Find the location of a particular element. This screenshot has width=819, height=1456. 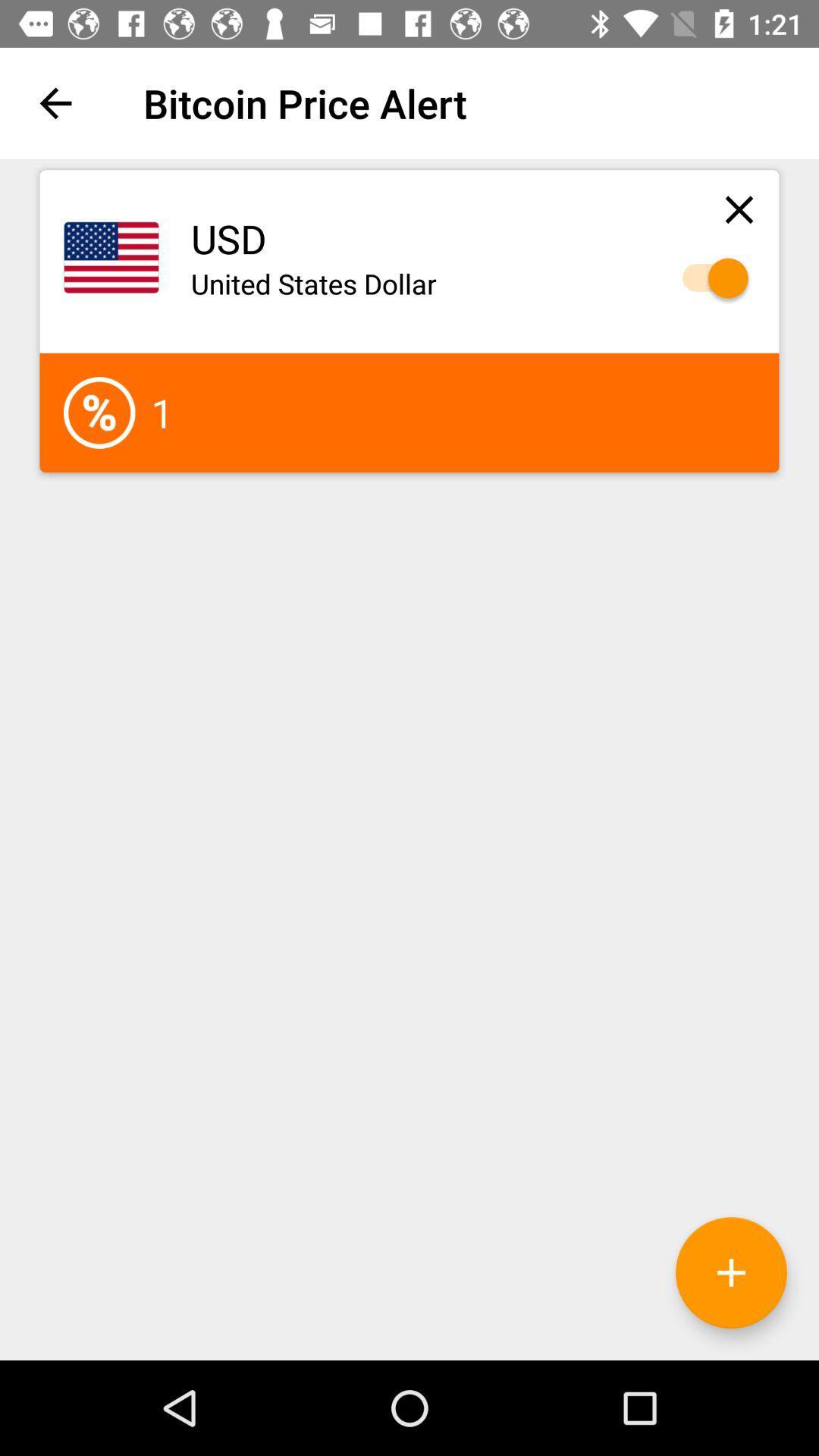

the item next to usd is located at coordinates (739, 209).